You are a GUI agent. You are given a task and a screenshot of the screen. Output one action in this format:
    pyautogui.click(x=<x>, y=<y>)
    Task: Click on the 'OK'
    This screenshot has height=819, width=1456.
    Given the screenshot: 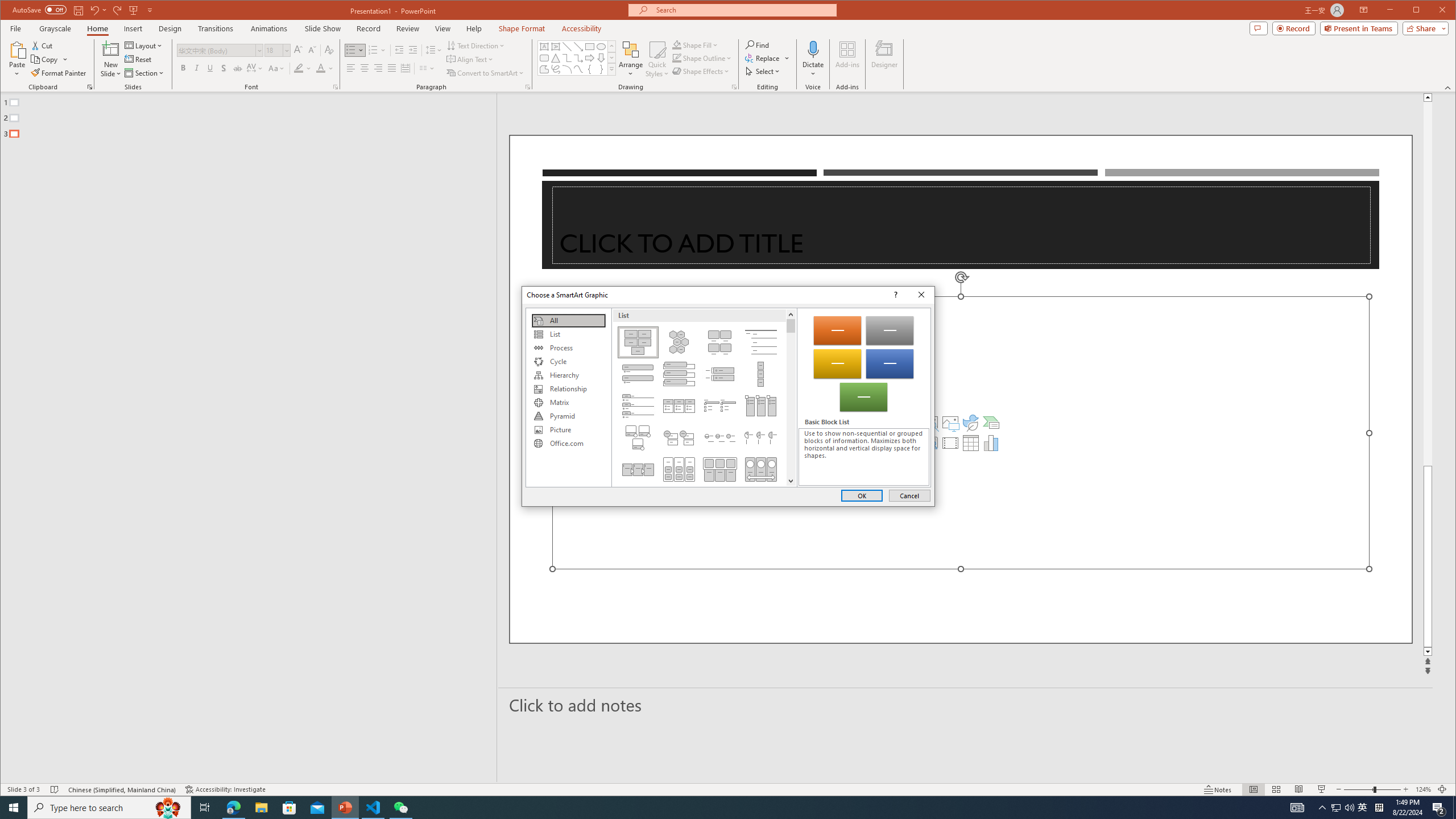 What is the action you would take?
    pyautogui.click(x=862, y=495)
    